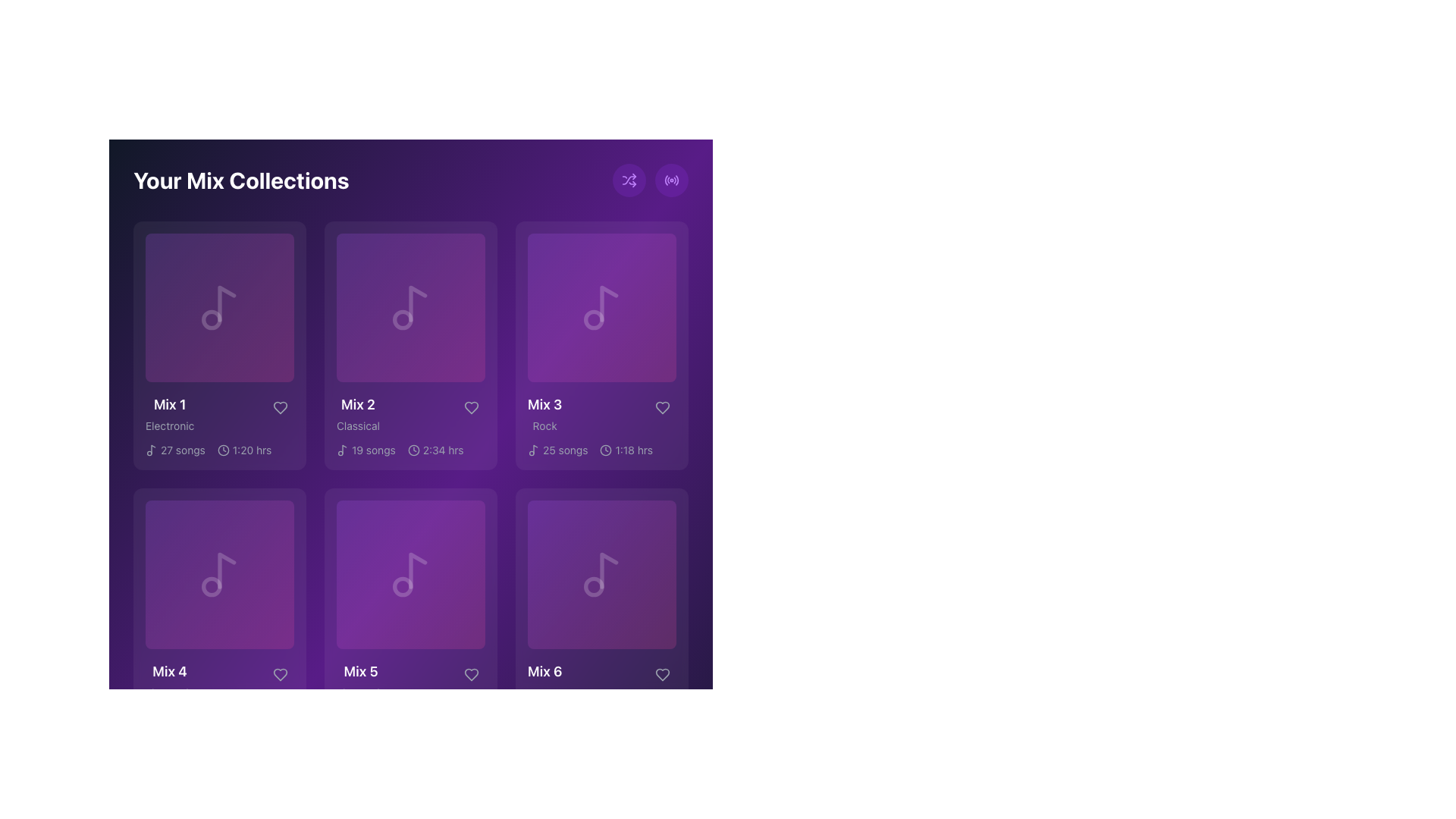  What do you see at coordinates (671, 180) in the screenshot?
I see `the broadcasting feature button located in the top-right area of the interface, next to the shuffle icon button` at bounding box center [671, 180].